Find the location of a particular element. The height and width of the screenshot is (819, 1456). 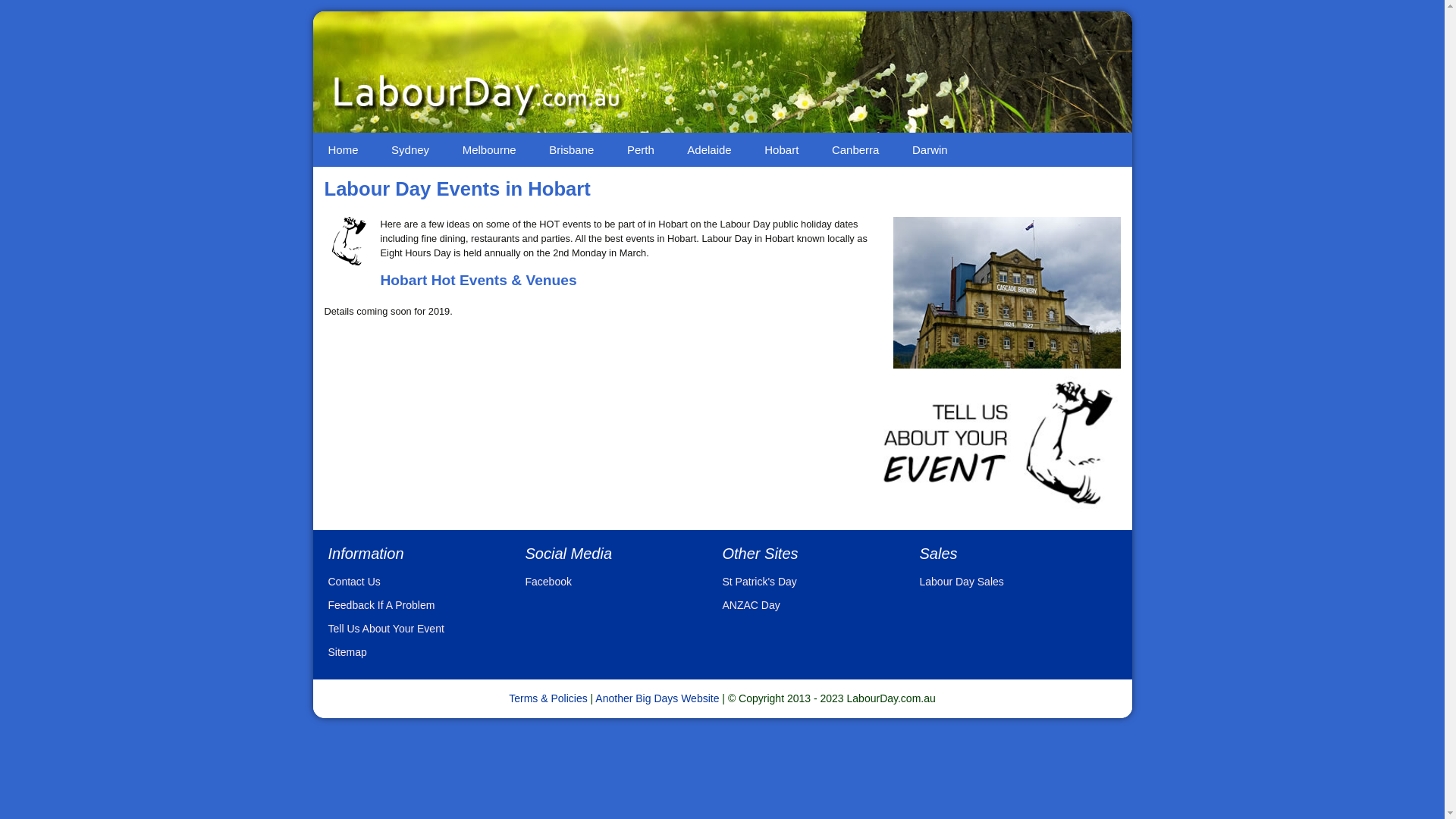

'Another Big Days Website' is located at coordinates (595, 698).